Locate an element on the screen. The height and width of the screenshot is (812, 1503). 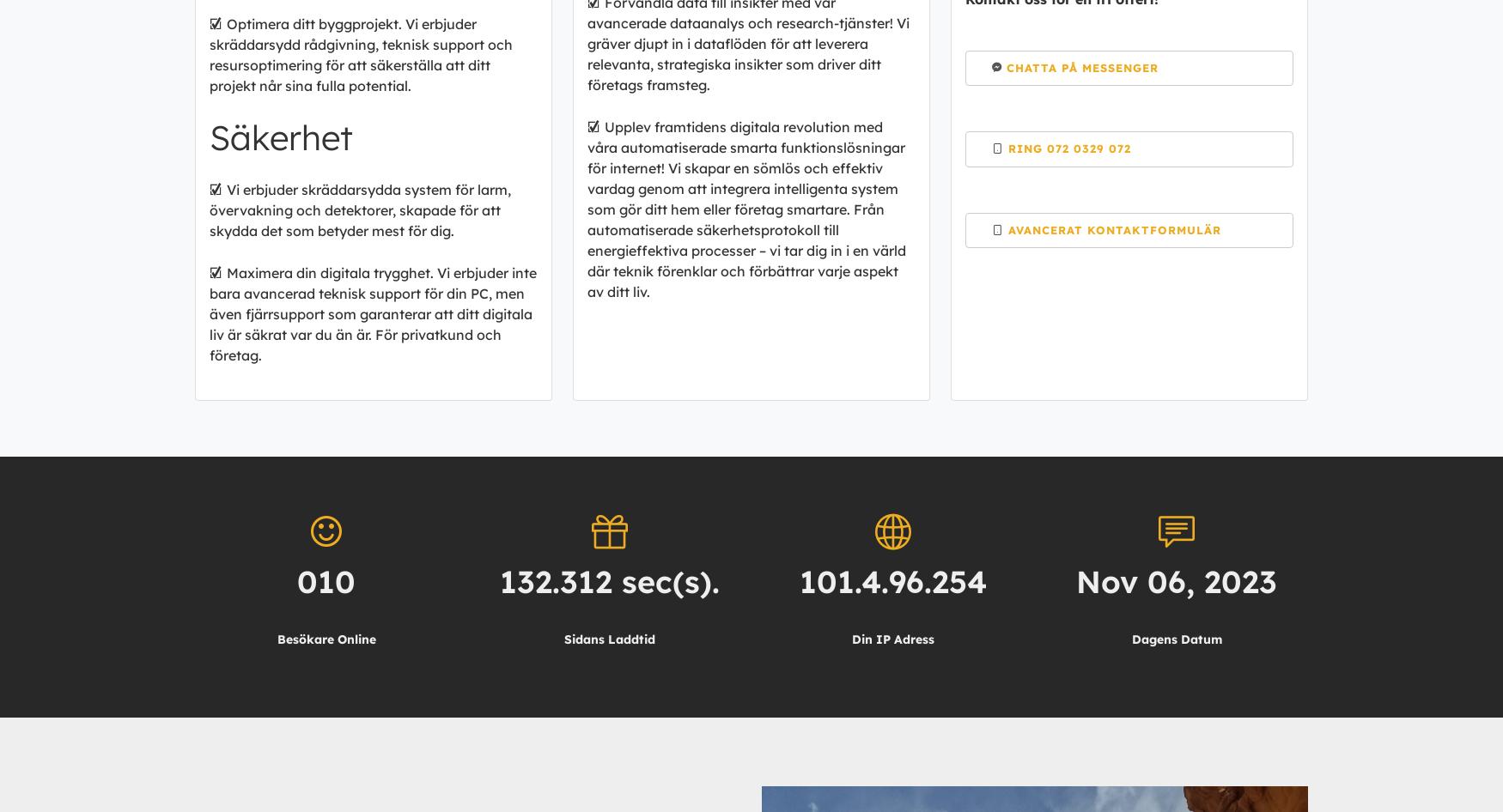
'Säkerhet' is located at coordinates (281, 136).